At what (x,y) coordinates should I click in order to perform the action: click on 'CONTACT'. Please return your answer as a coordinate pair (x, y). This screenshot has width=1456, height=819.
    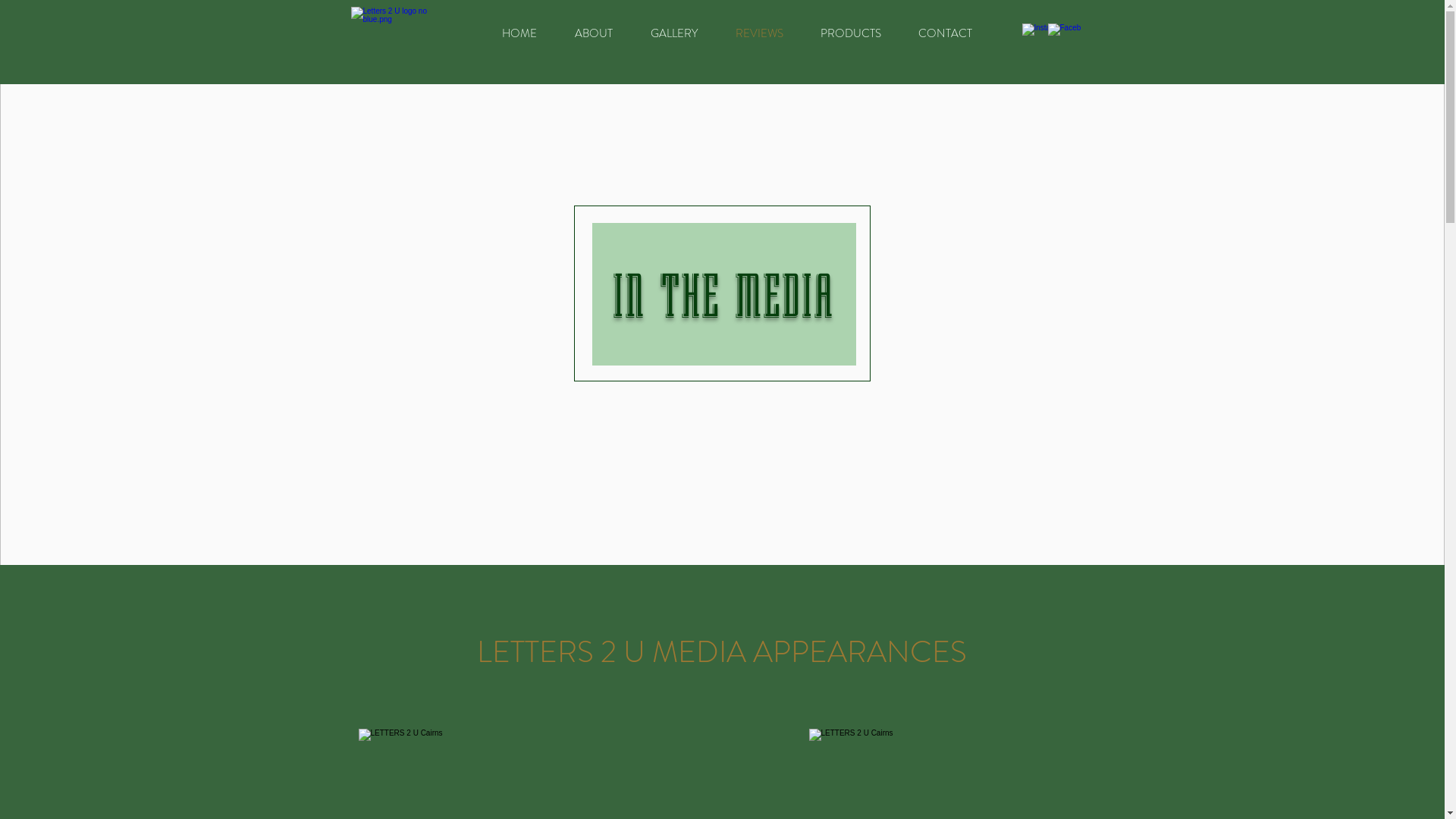
    Looking at the image, I should click on (944, 33).